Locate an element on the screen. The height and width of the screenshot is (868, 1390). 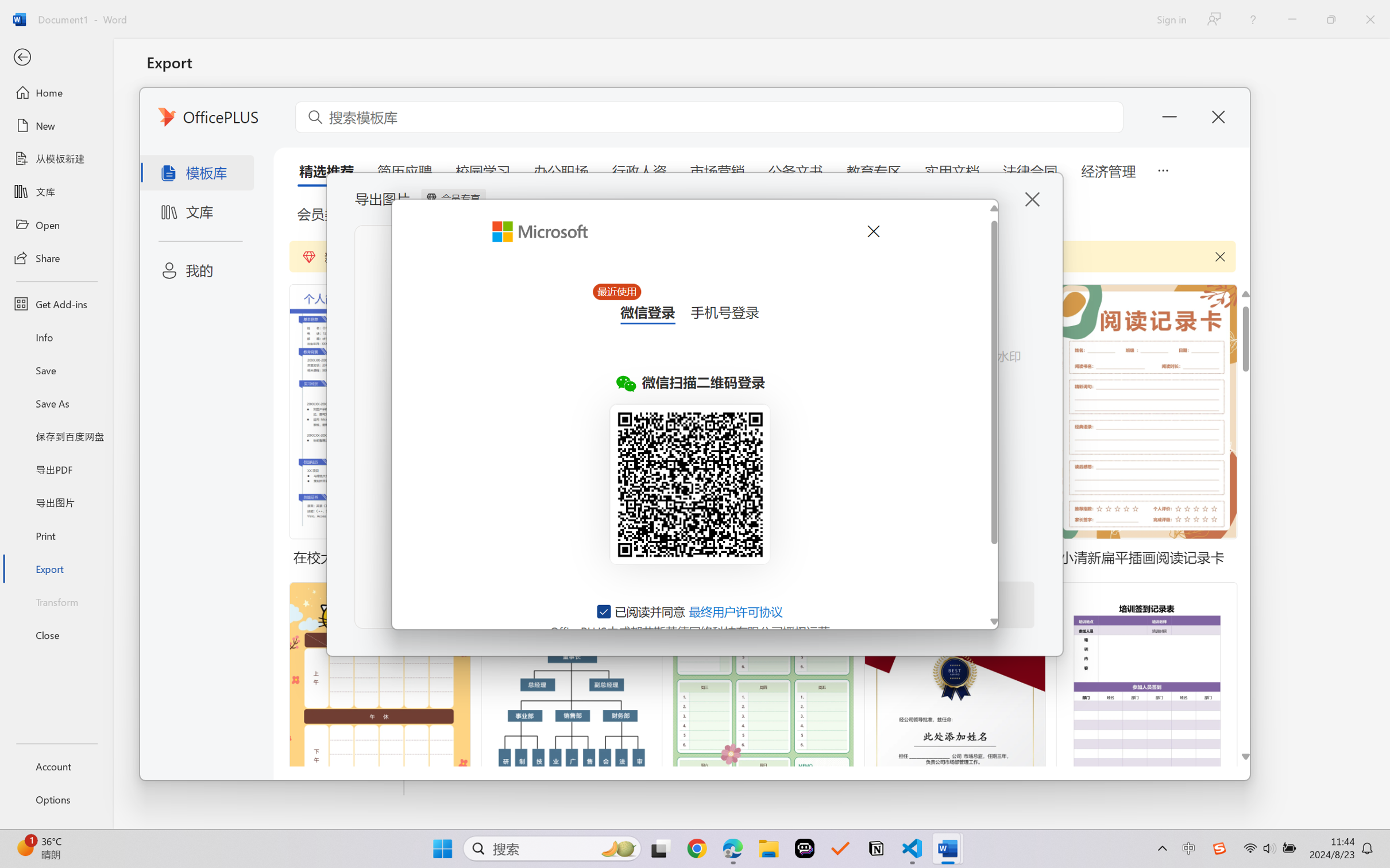
'Print' is located at coordinates (56, 536).